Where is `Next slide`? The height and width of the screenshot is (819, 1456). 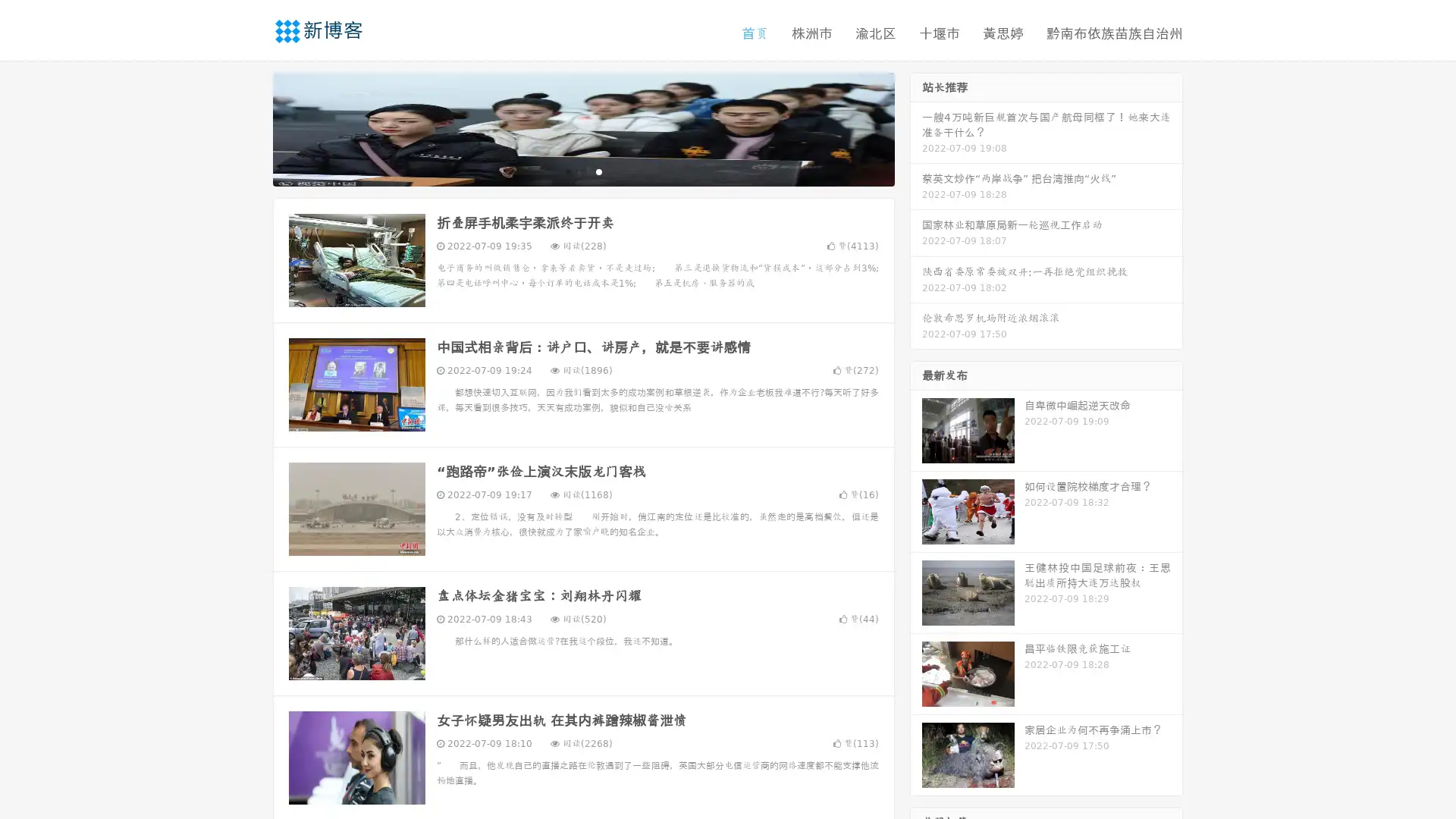 Next slide is located at coordinates (916, 127).